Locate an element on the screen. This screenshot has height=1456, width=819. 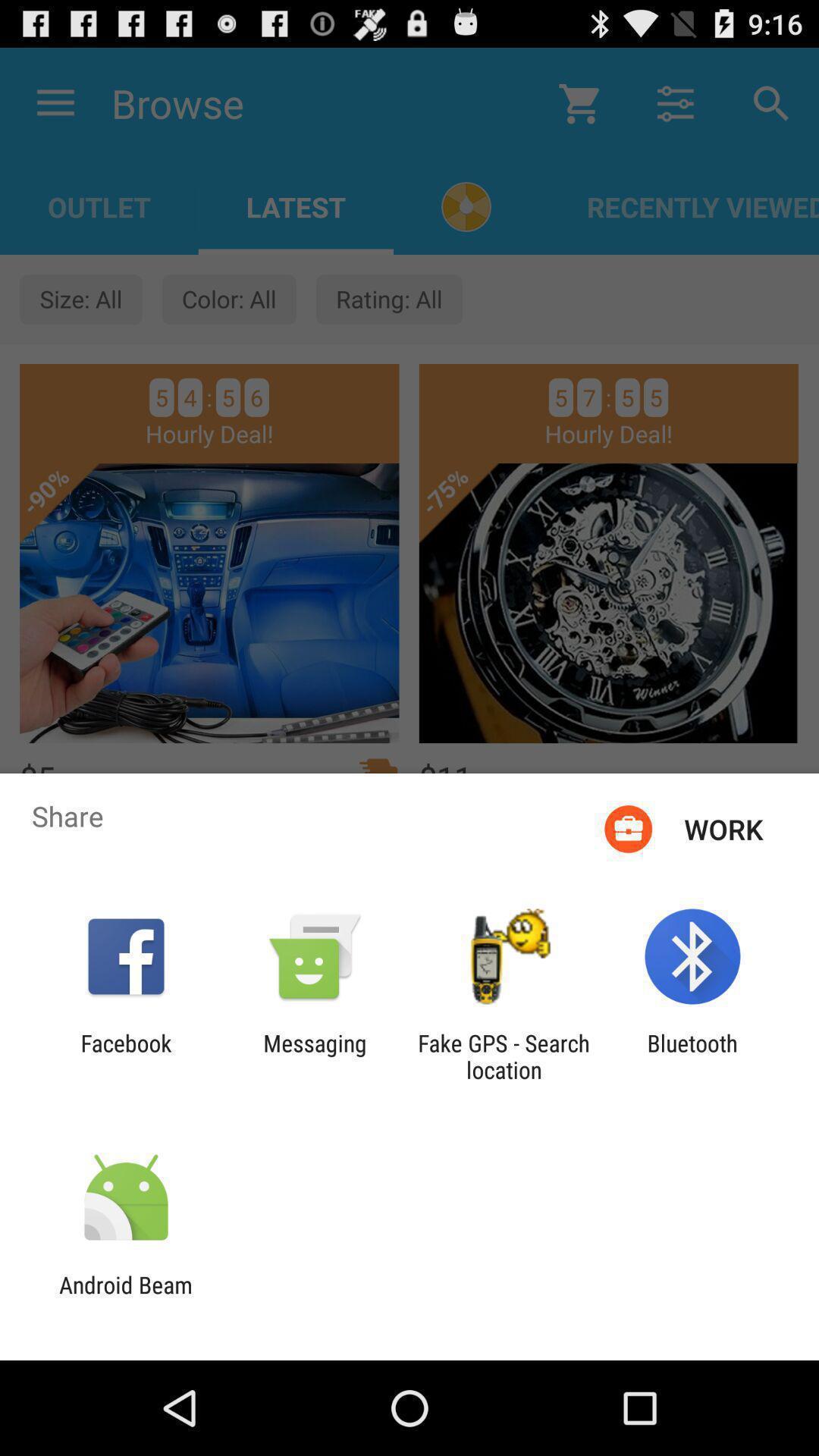
icon next to messaging item is located at coordinates (504, 1056).